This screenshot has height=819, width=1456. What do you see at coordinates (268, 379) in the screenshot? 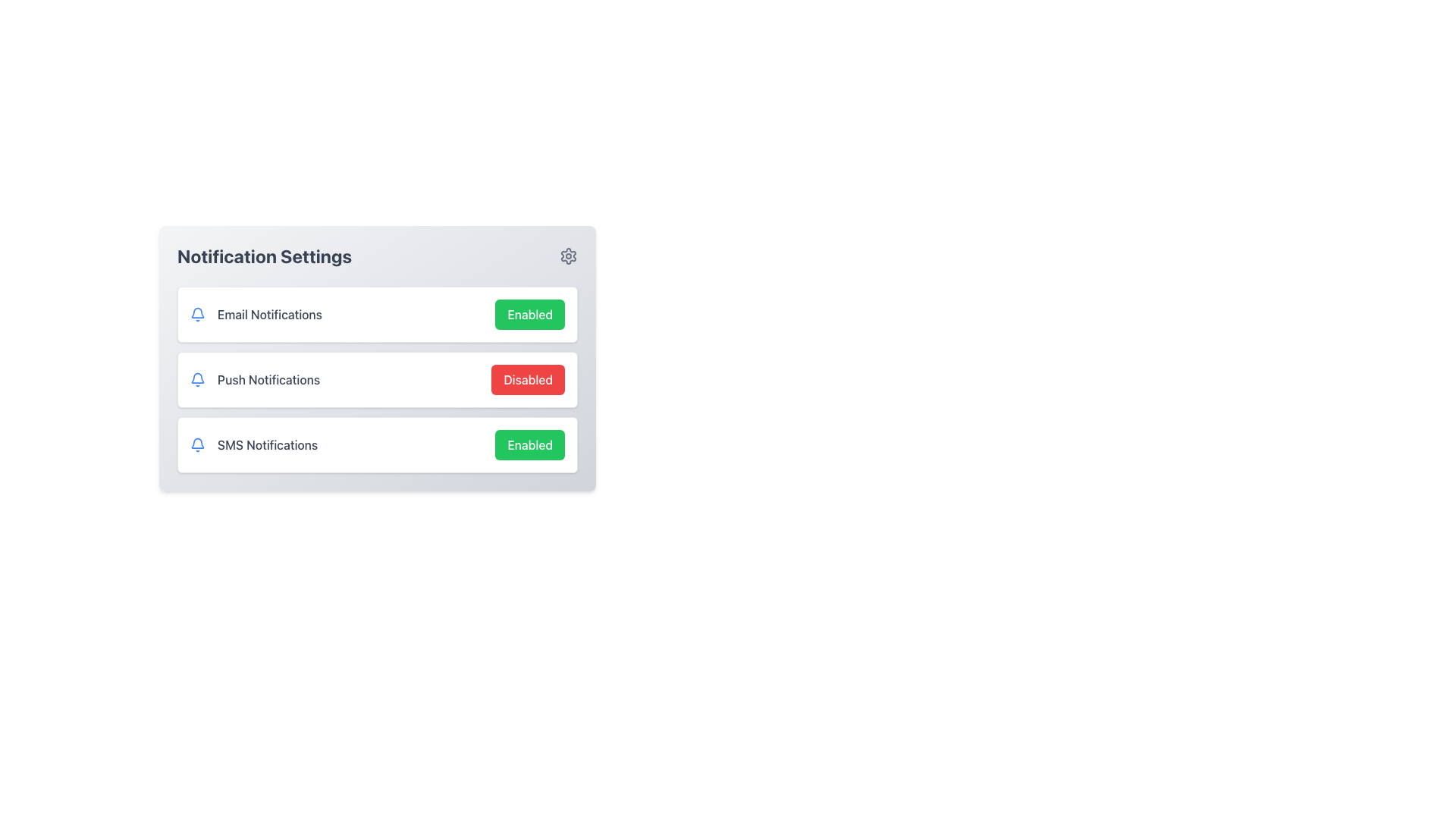
I see `the 'Push Notifications' label in the 'Notification Settings' section` at bounding box center [268, 379].